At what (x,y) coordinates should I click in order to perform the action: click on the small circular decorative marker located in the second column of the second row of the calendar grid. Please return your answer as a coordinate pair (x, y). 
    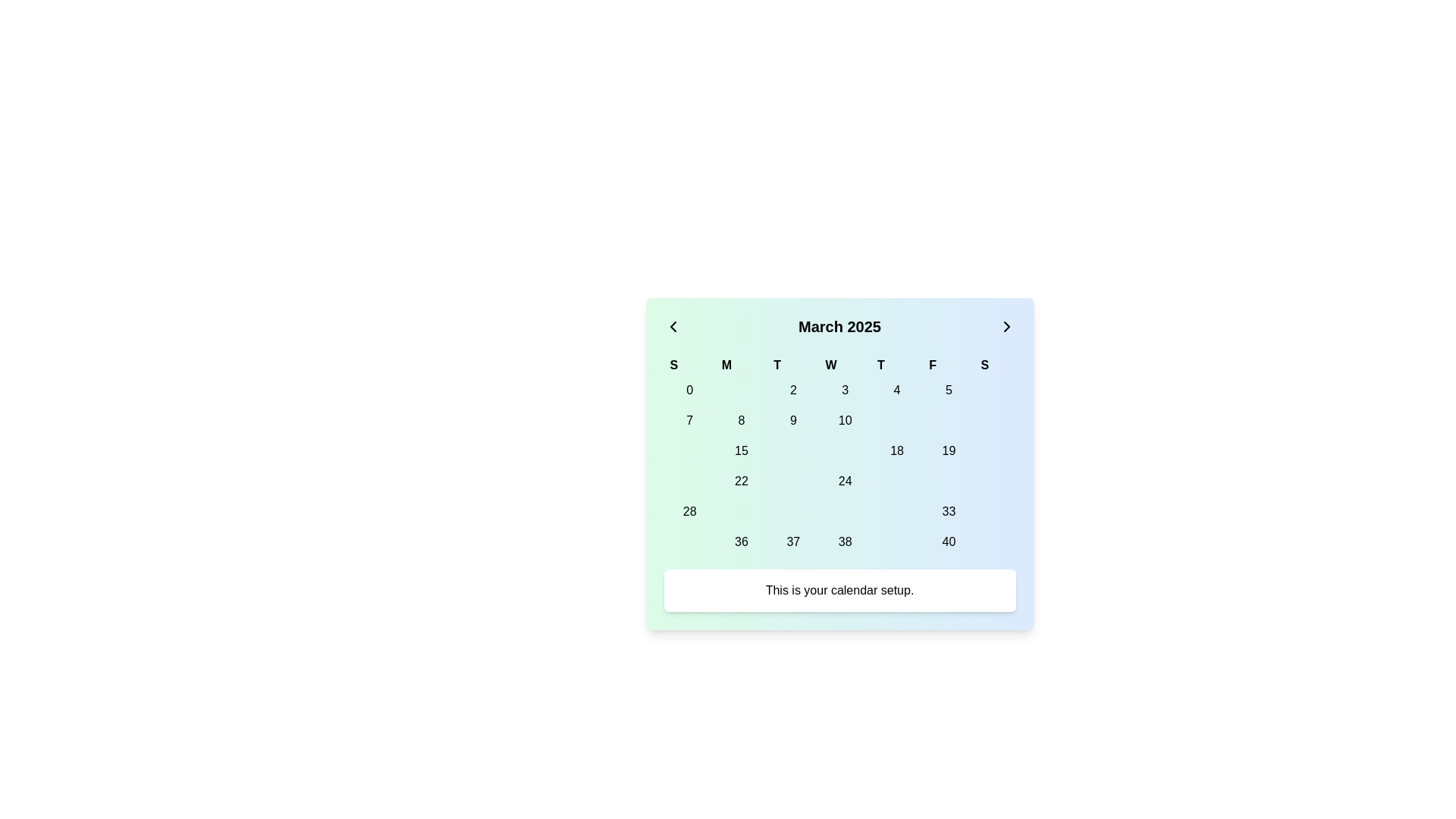
    Looking at the image, I should click on (742, 512).